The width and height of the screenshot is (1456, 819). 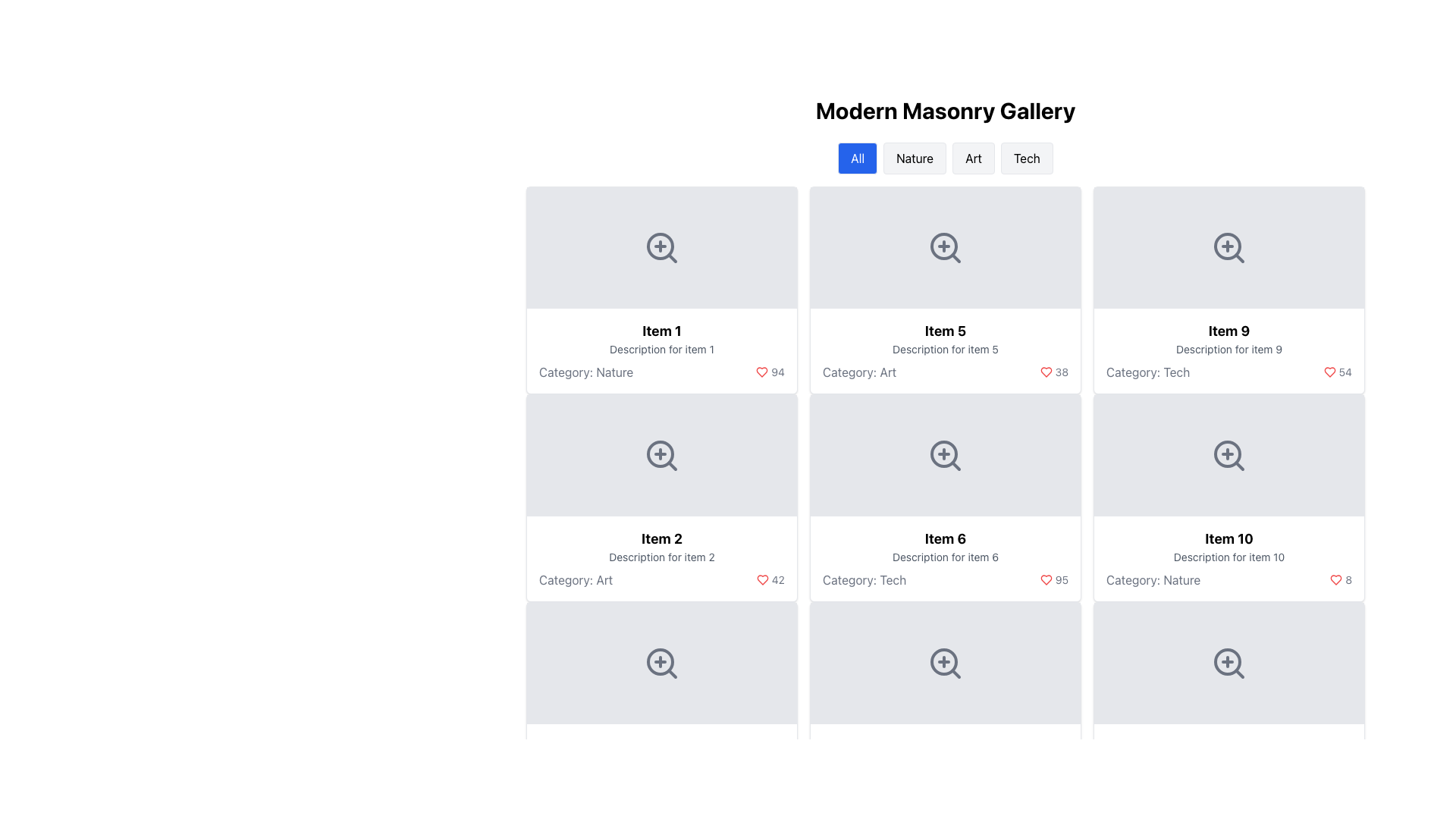 I want to click on the information represented by the heart icon displaying the number of likes or favorites on the 'Item 2' card in the bottom right corner under the 'Category: Art' text, so click(x=770, y=579).